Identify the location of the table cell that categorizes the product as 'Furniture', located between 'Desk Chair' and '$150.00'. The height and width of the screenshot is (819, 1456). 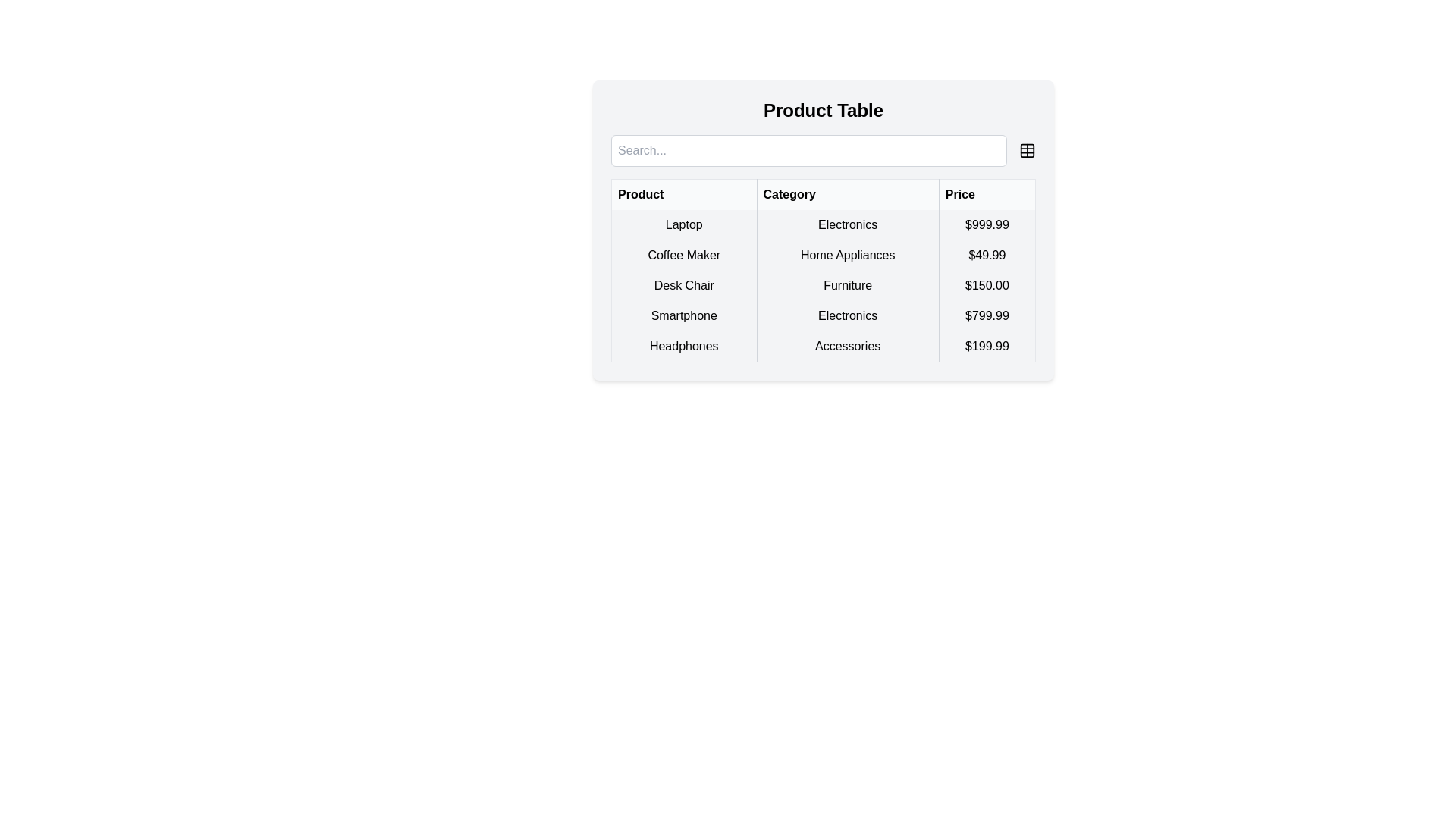
(847, 286).